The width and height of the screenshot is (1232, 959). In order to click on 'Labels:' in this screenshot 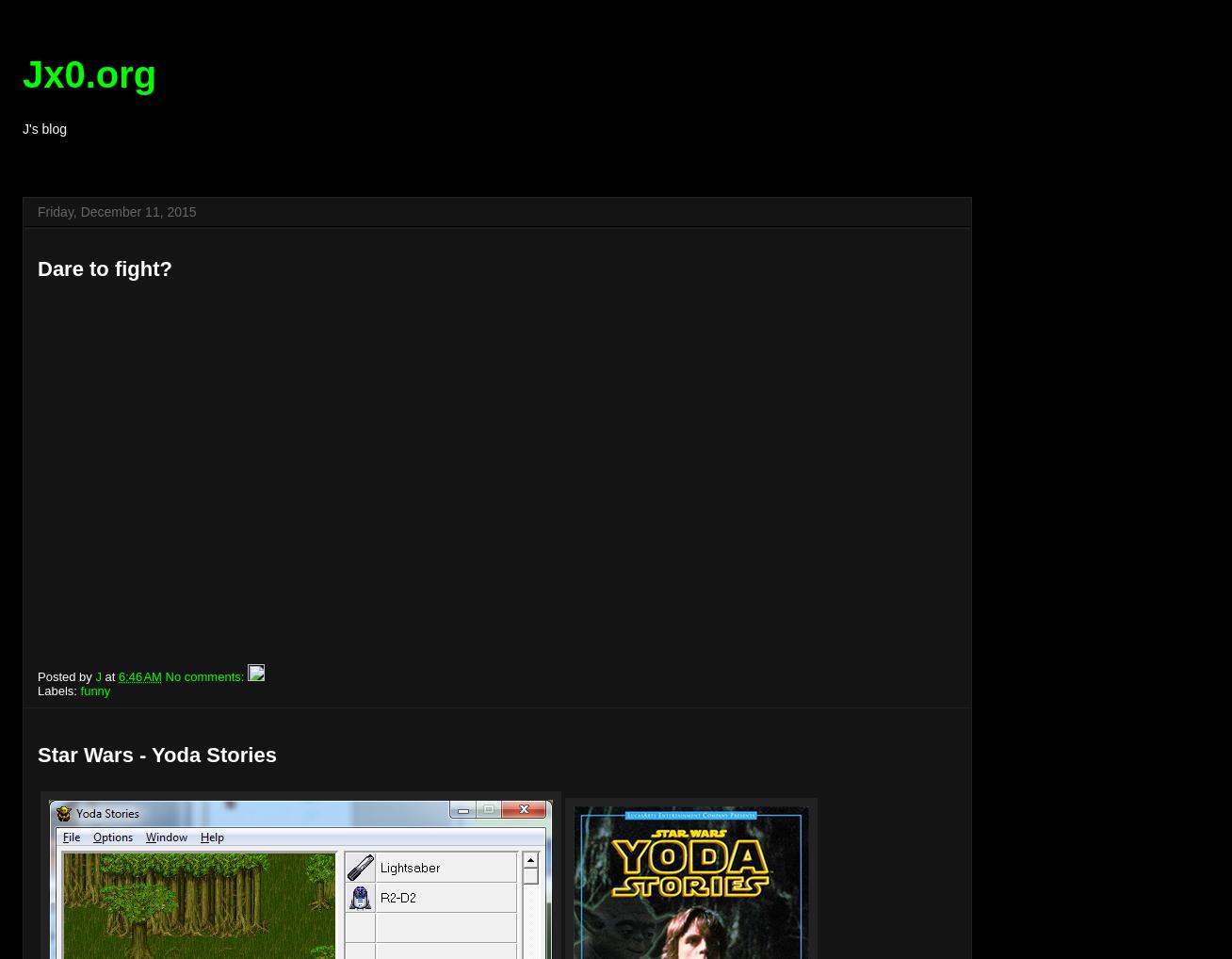, I will do `click(58, 690)`.